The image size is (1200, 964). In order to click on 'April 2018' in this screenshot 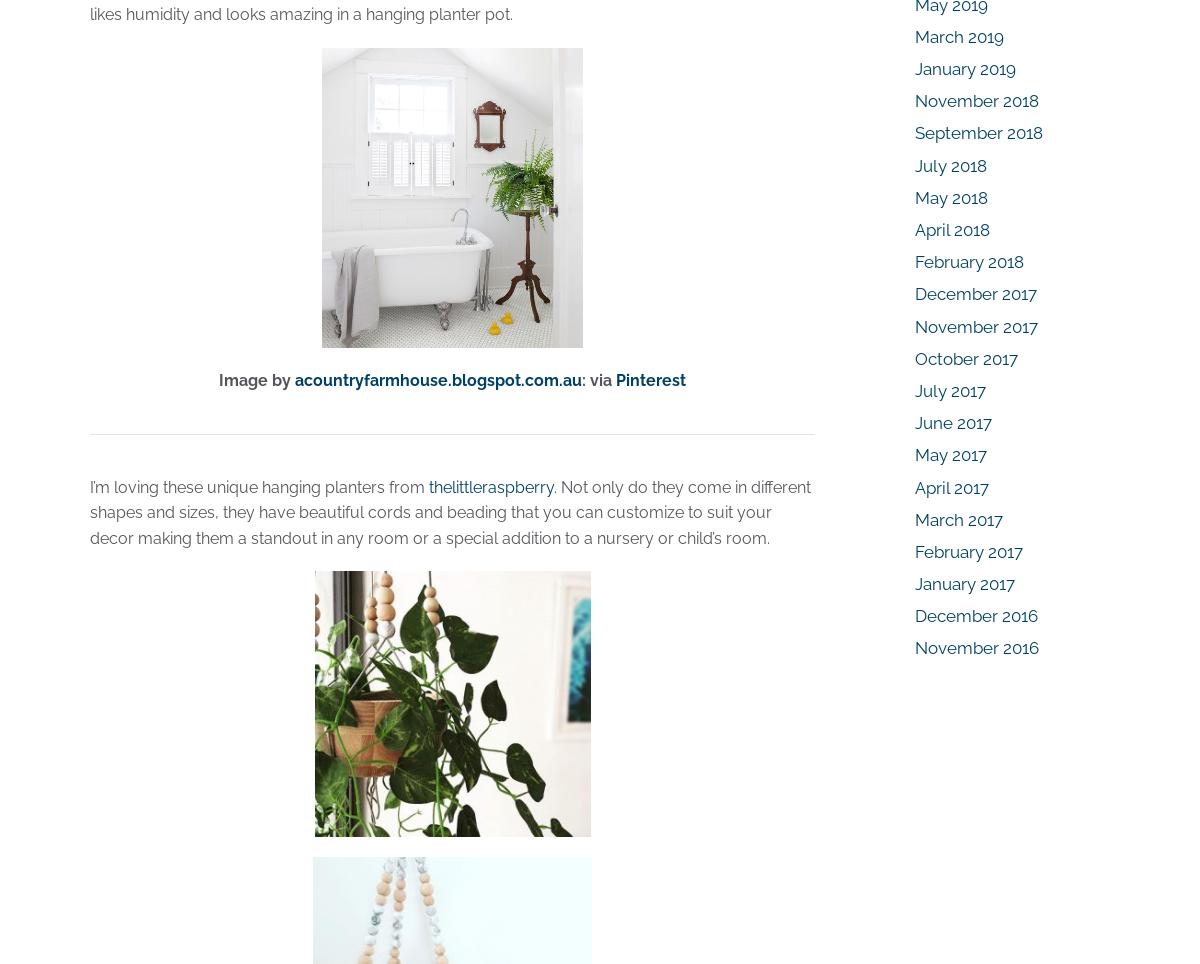, I will do `click(952, 230)`.